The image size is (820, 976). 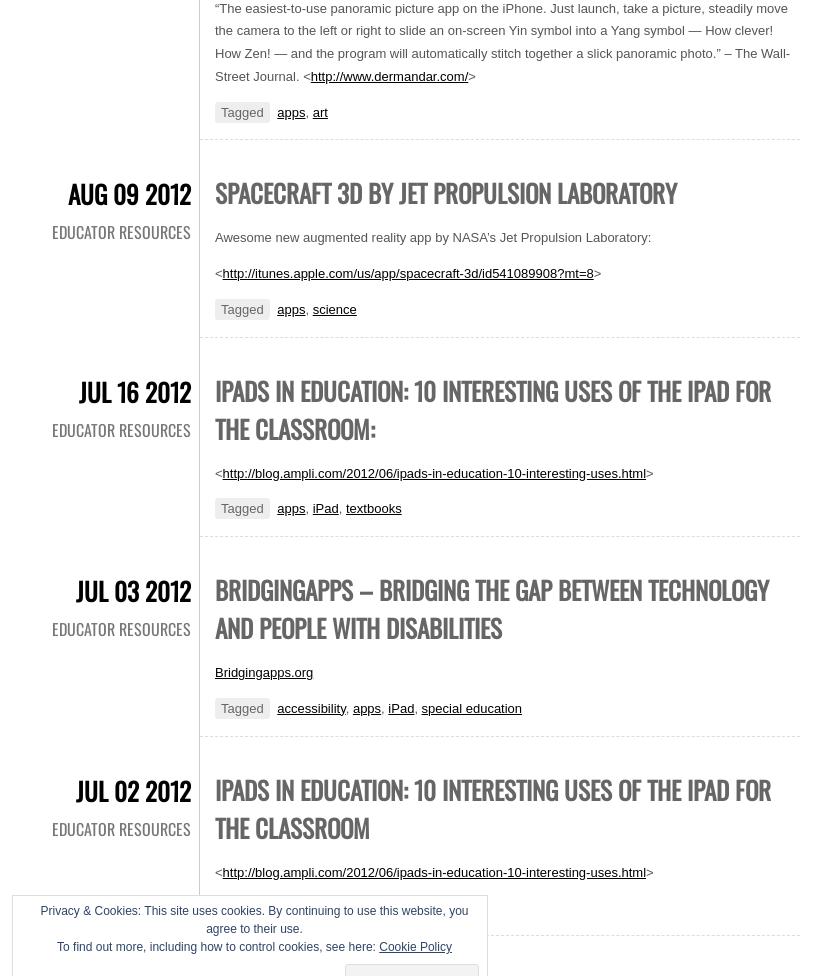 What do you see at coordinates (217, 946) in the screenshot?
I see `'To find out more, including how to control cookies, see here:'` at bounding box center [217, 946].